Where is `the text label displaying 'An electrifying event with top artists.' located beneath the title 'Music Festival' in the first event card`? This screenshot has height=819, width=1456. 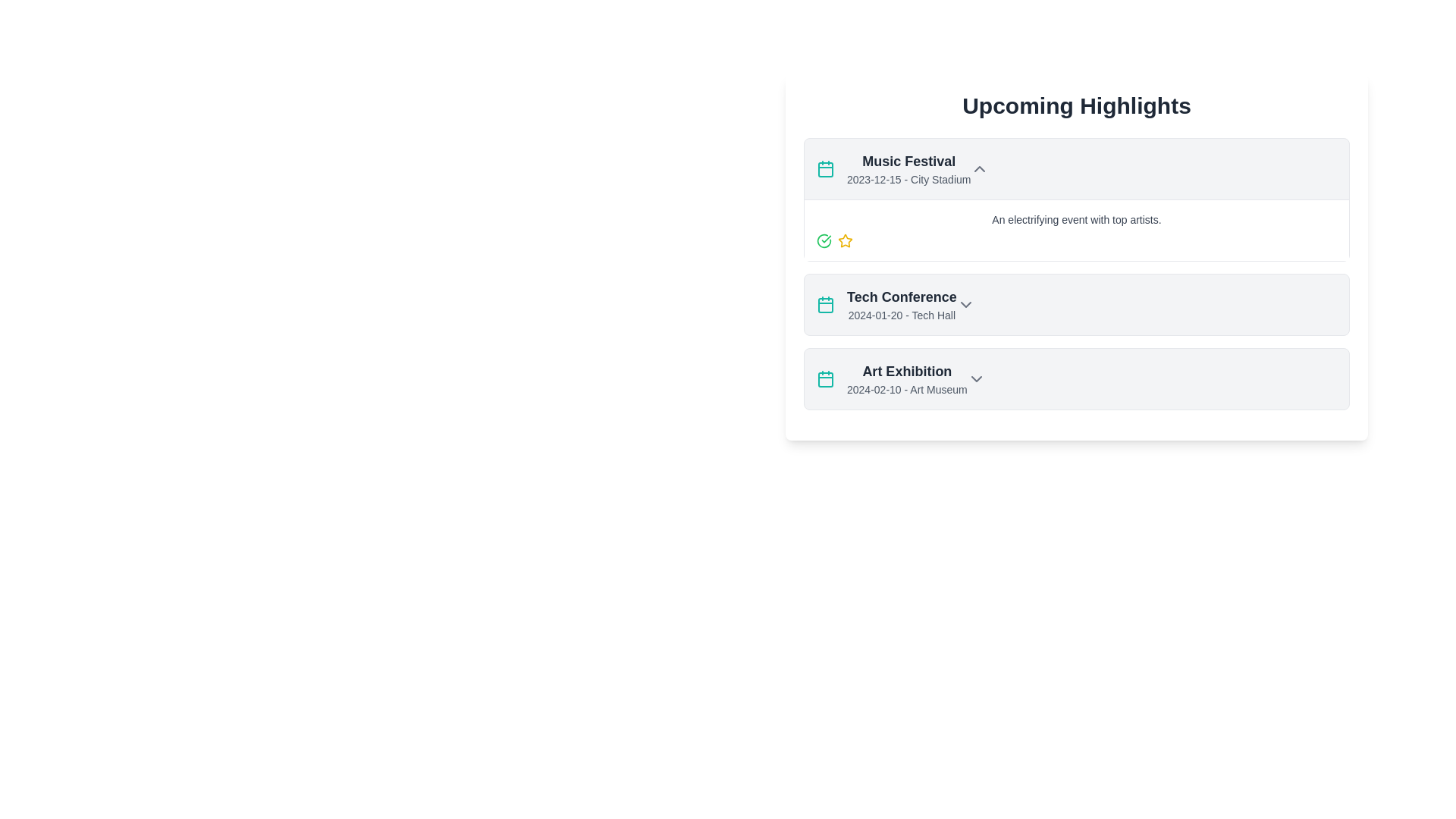
the text label displaying 'An electrifying event with top artists.' located beneath the title 'Music Festival' in the first event card is located at coordinates (1076, 219).